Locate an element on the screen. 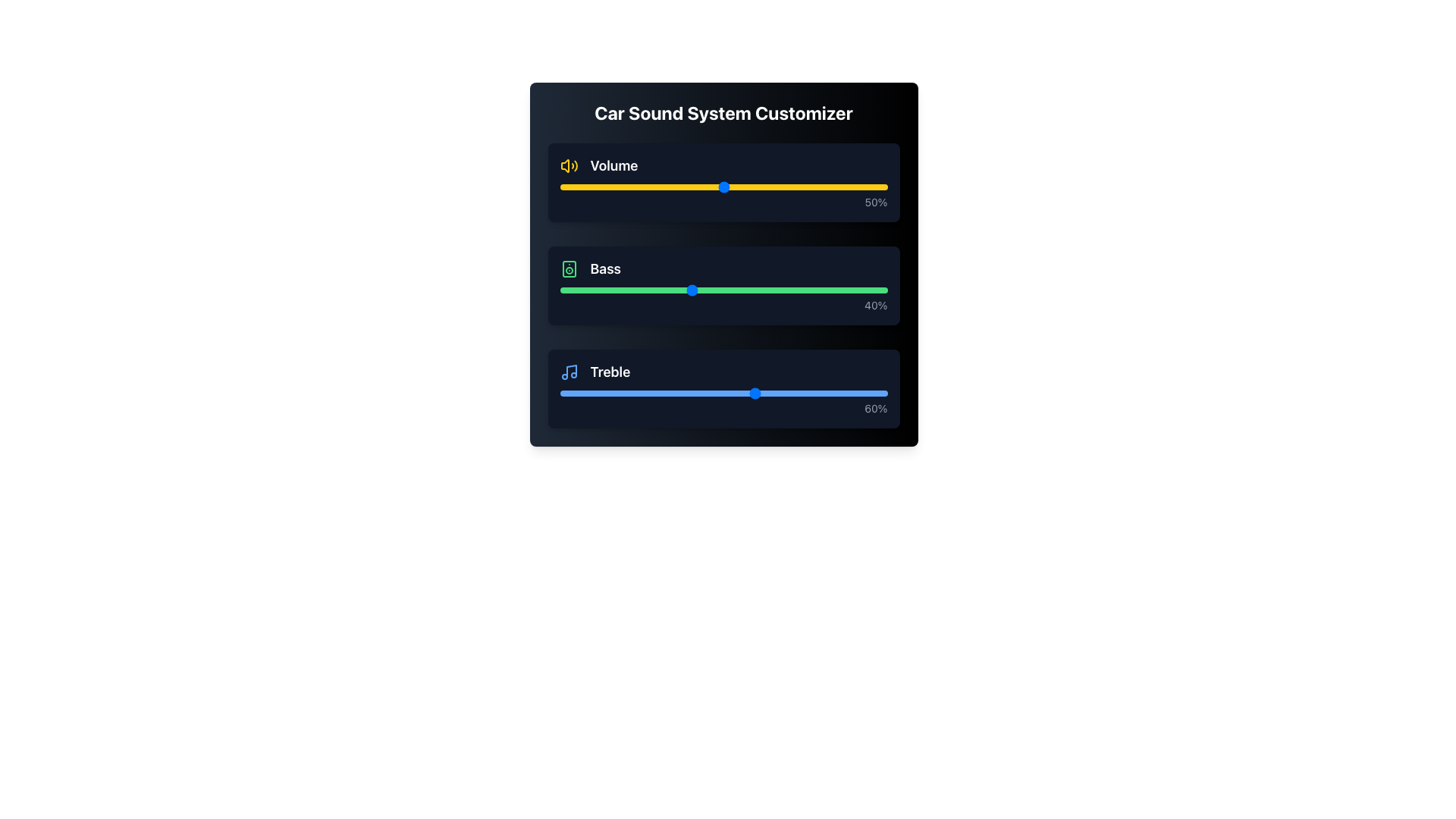 The image size is (1456, 819). the bass level is located at coordinates (792, 290).